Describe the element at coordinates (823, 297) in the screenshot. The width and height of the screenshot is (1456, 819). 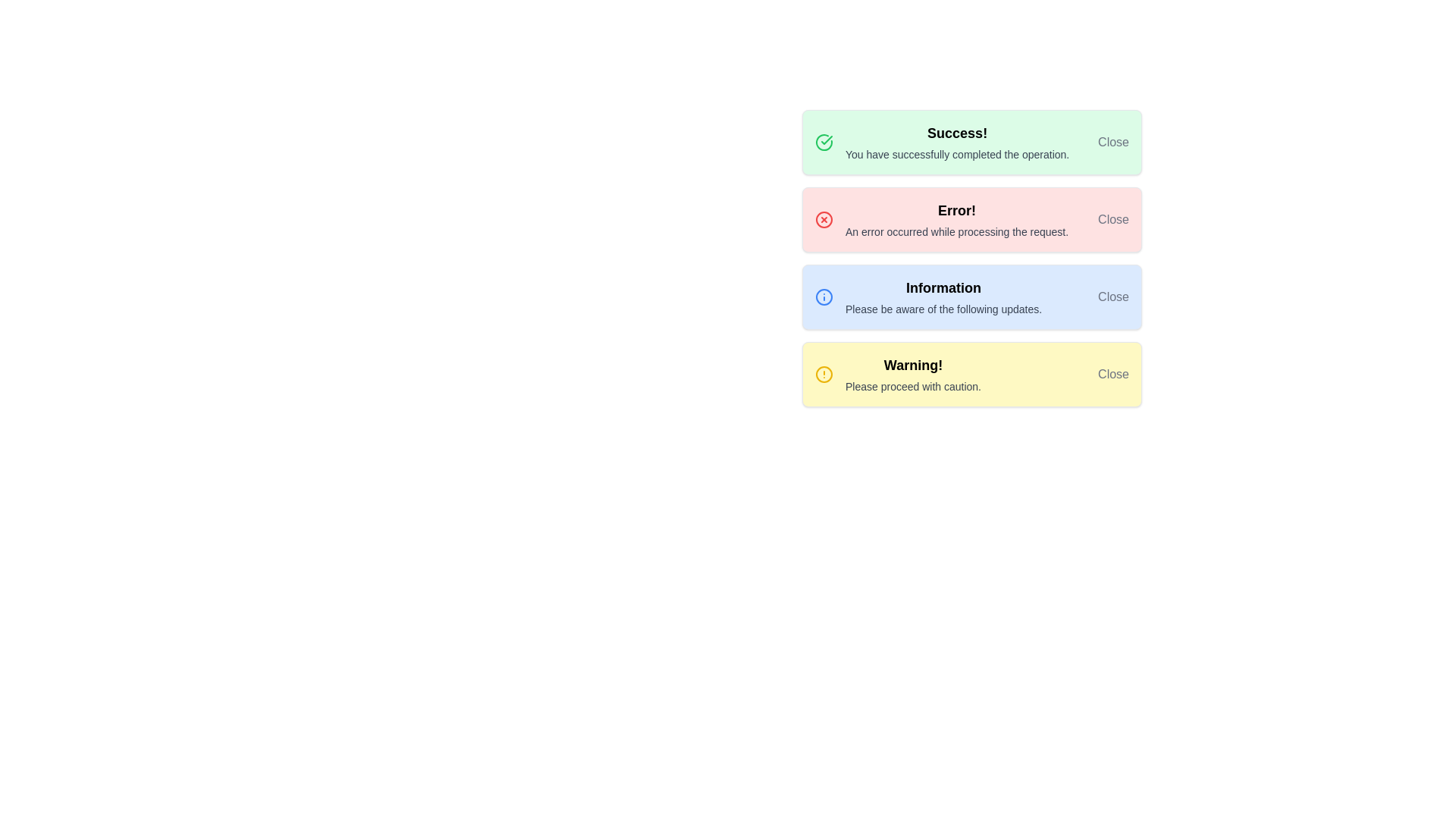
I see `the blue-bordered SVG circle located within the 'Information' notification card, which is the third item from the top in the visible list` at that location.